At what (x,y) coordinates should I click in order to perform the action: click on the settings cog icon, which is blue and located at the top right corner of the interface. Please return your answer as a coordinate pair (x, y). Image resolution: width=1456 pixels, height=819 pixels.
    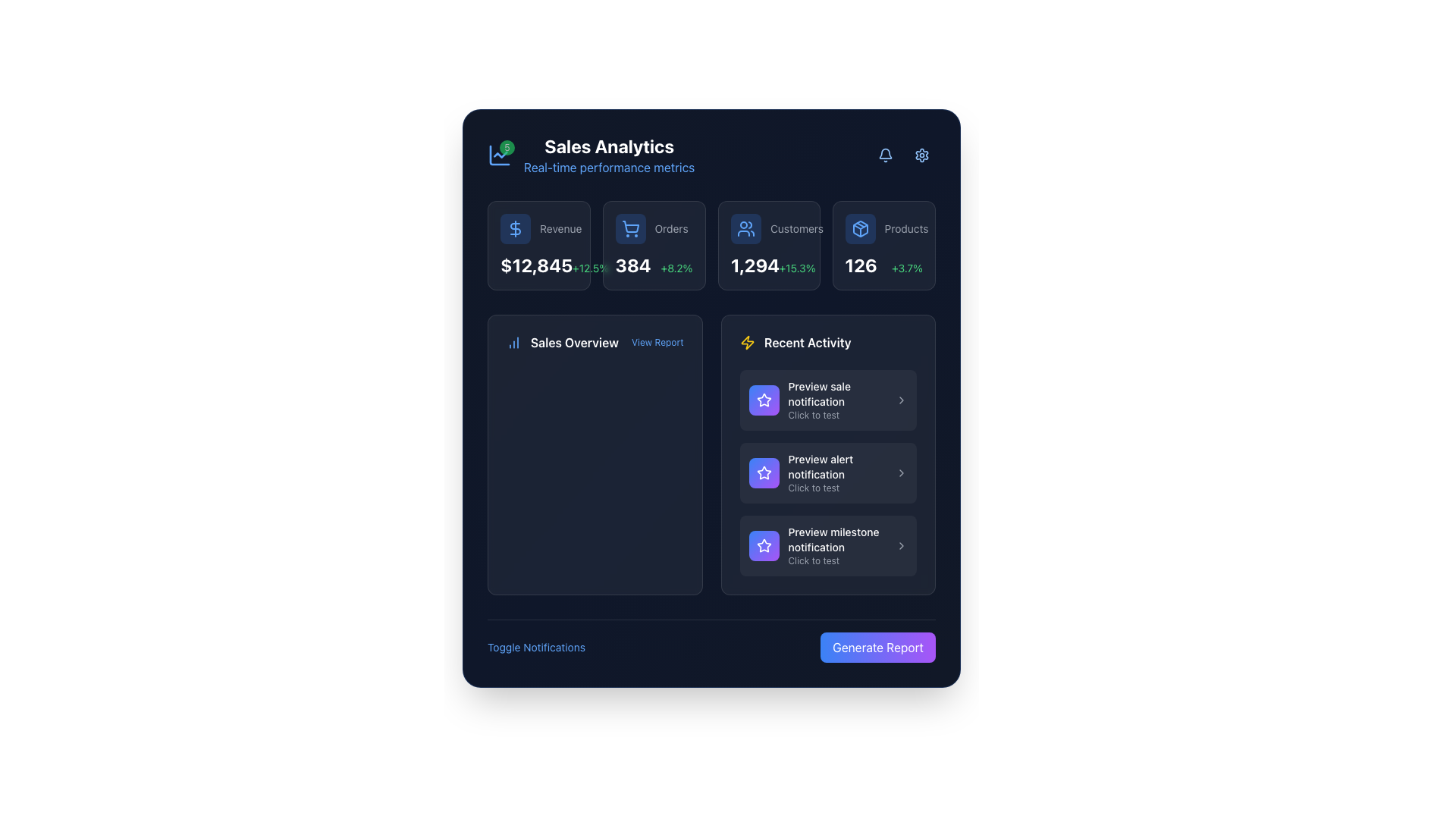
    Looking at the image, I should click on (921, 155).